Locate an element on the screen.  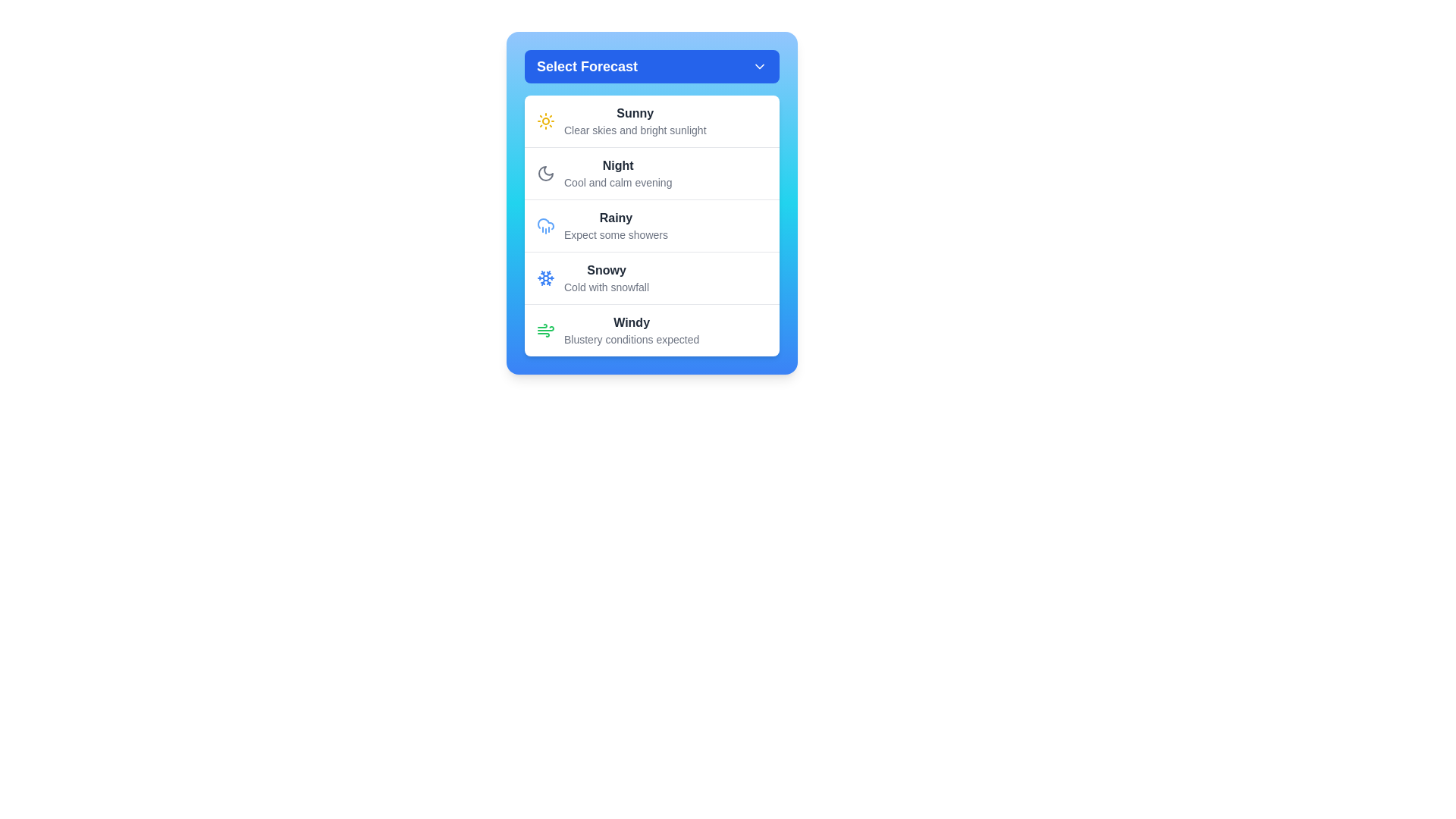
the bolded text label displaying the word 'Night' which is located in the second card of the weather forecast selection menu is located at coordinates (618, 166).